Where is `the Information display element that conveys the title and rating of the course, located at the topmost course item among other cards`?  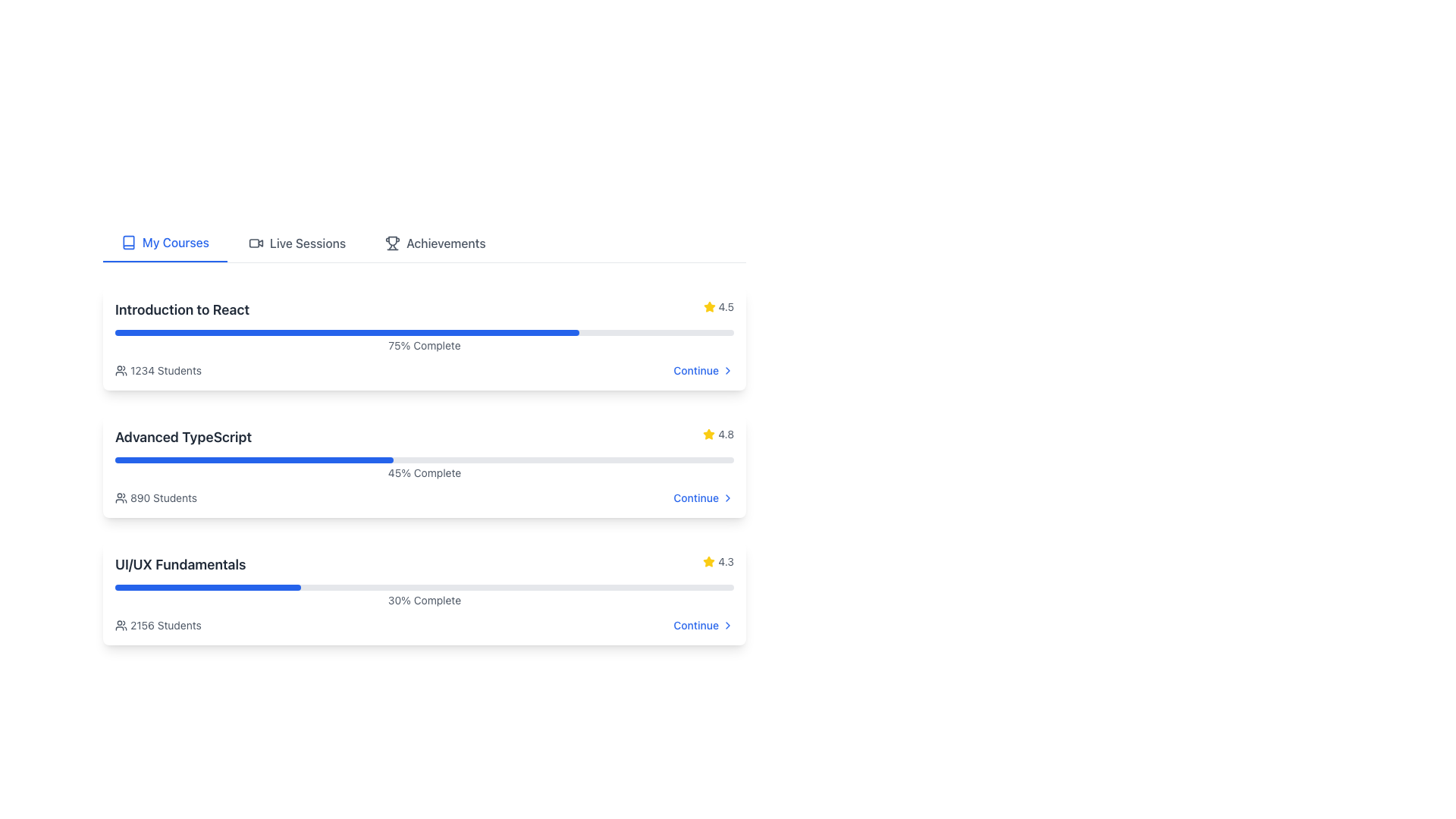
the Information display element that conveys the title and rating of the course, located at the topmost course item among other cards is located at coordinates (425, 309).